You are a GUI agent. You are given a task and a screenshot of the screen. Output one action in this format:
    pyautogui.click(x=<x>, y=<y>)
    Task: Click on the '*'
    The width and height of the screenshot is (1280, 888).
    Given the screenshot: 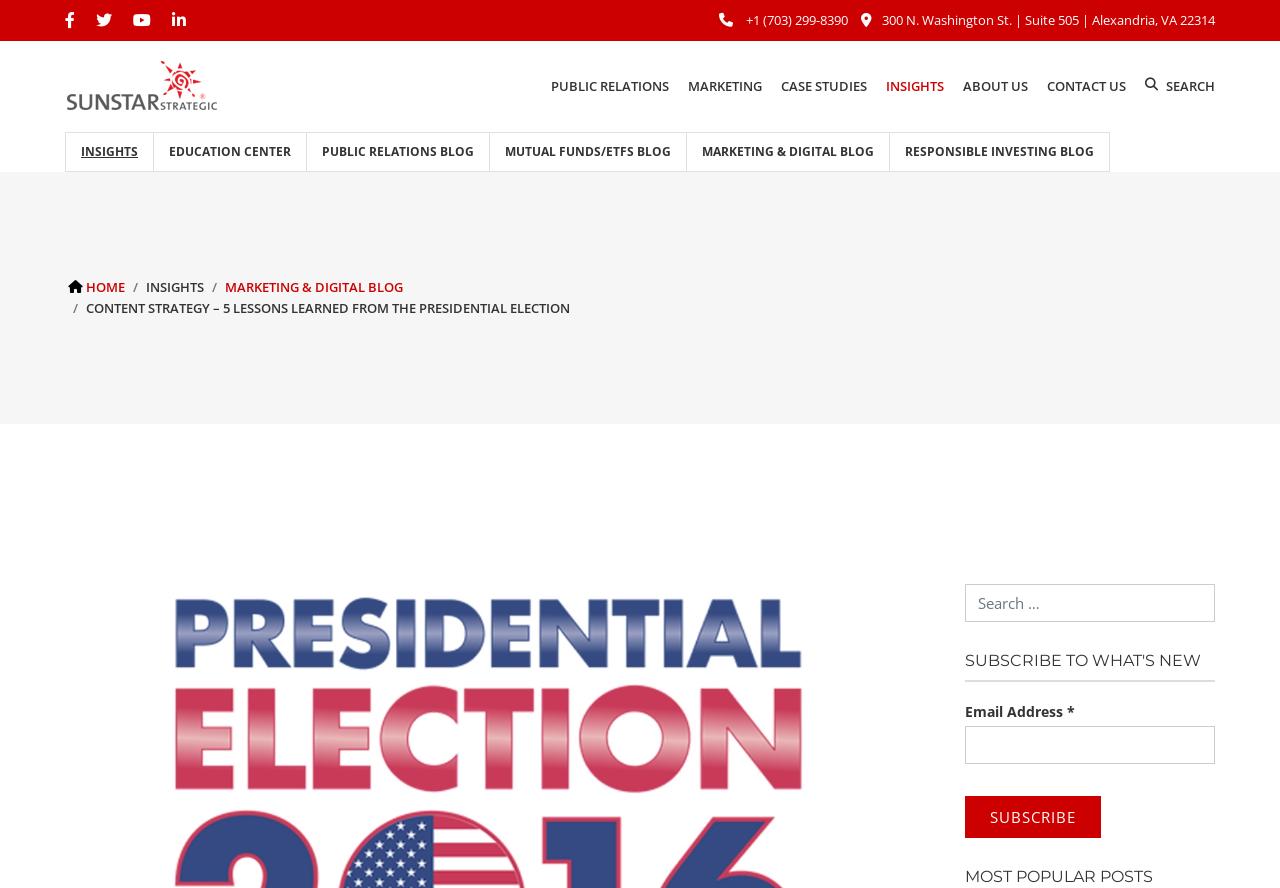 What is the action you would take?
    pyautogui.click(x=1069, y=710)
    